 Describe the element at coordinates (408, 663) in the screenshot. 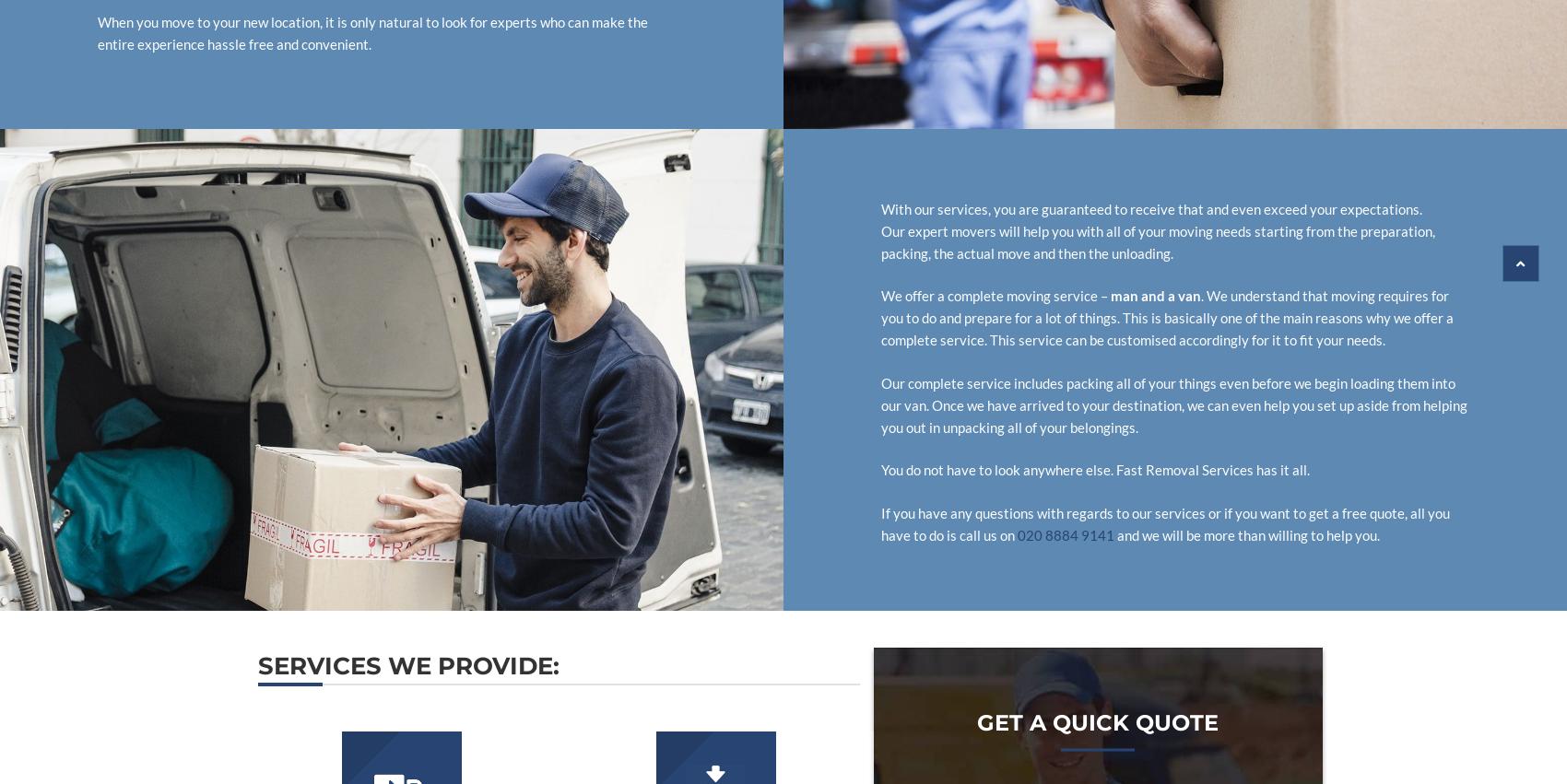

I see `'Services we provide:'` at that location.